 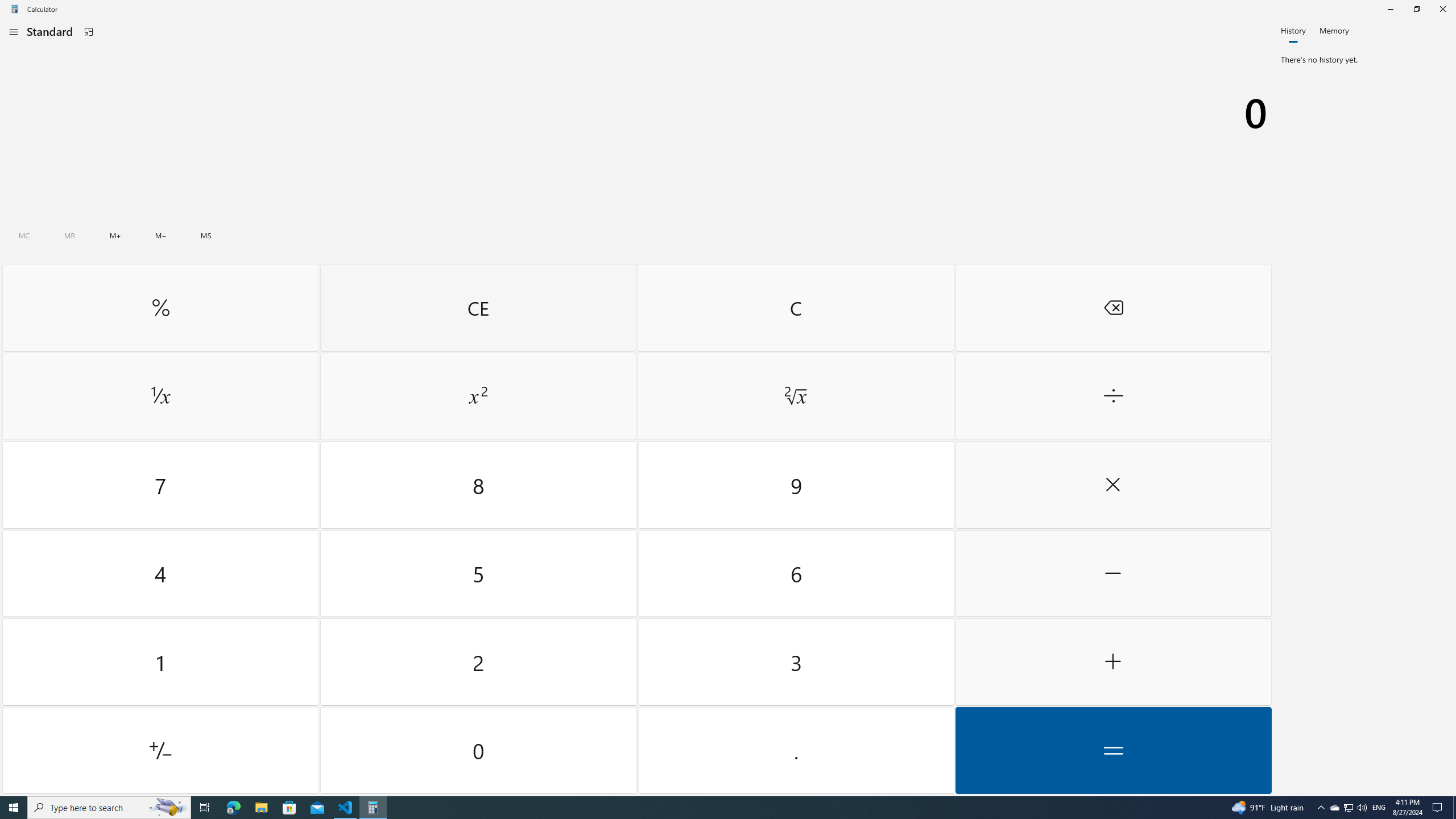 What do you see at coordinates (477, 307) in the screenshot?
I see `'Clear entry'` at bounding box center [477, 307].